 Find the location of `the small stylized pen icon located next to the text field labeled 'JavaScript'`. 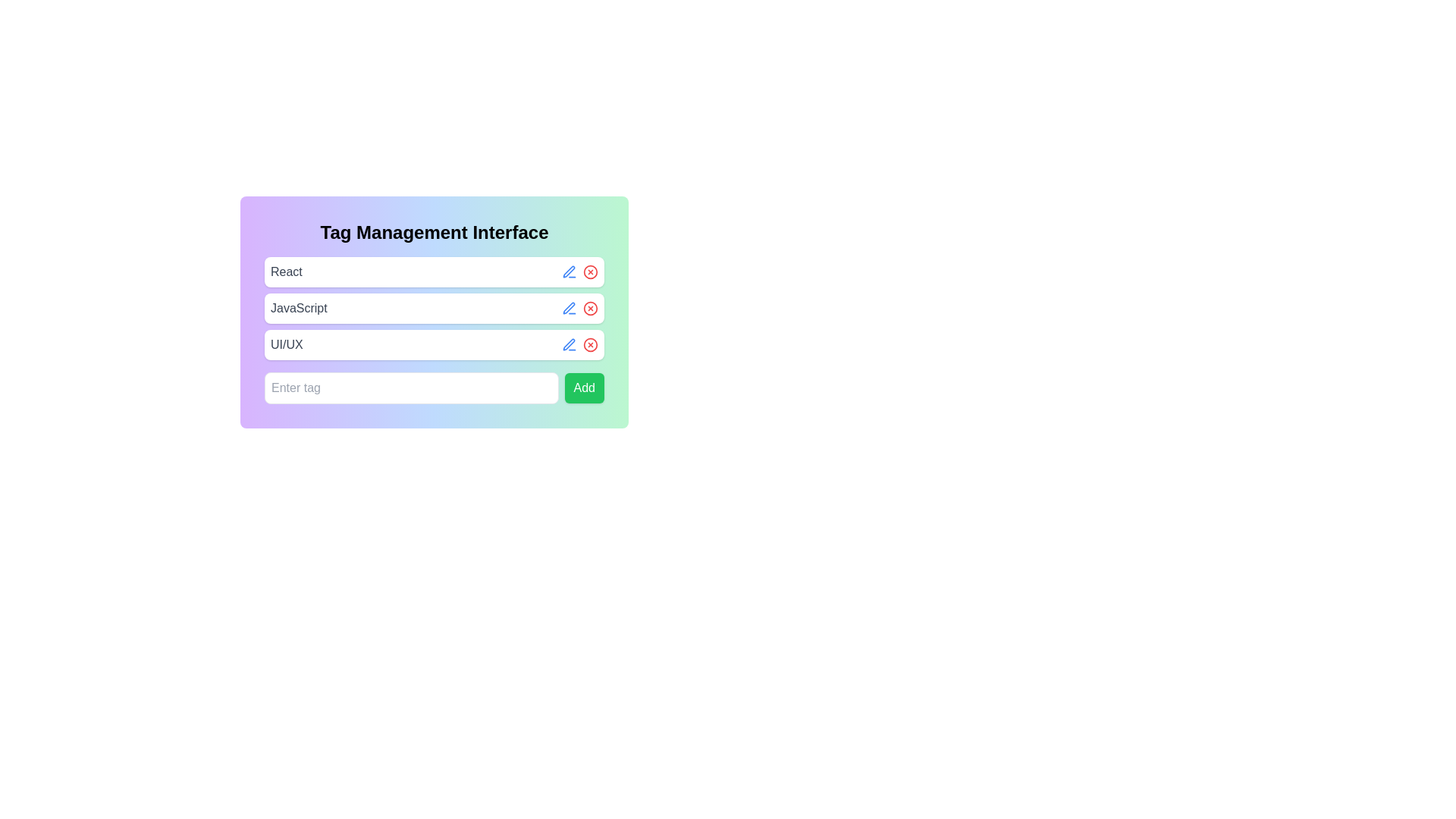

the small stylized pen icon located next to the text field labeled 'JavaScript' is located at coordinates (568, 271).